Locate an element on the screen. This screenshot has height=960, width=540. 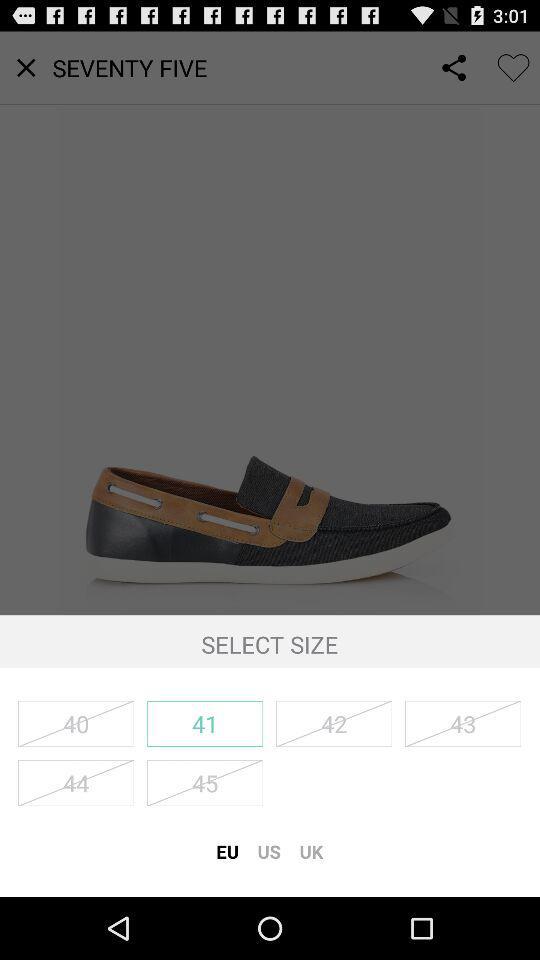
icon at the center is located at coordinates (270, 323).